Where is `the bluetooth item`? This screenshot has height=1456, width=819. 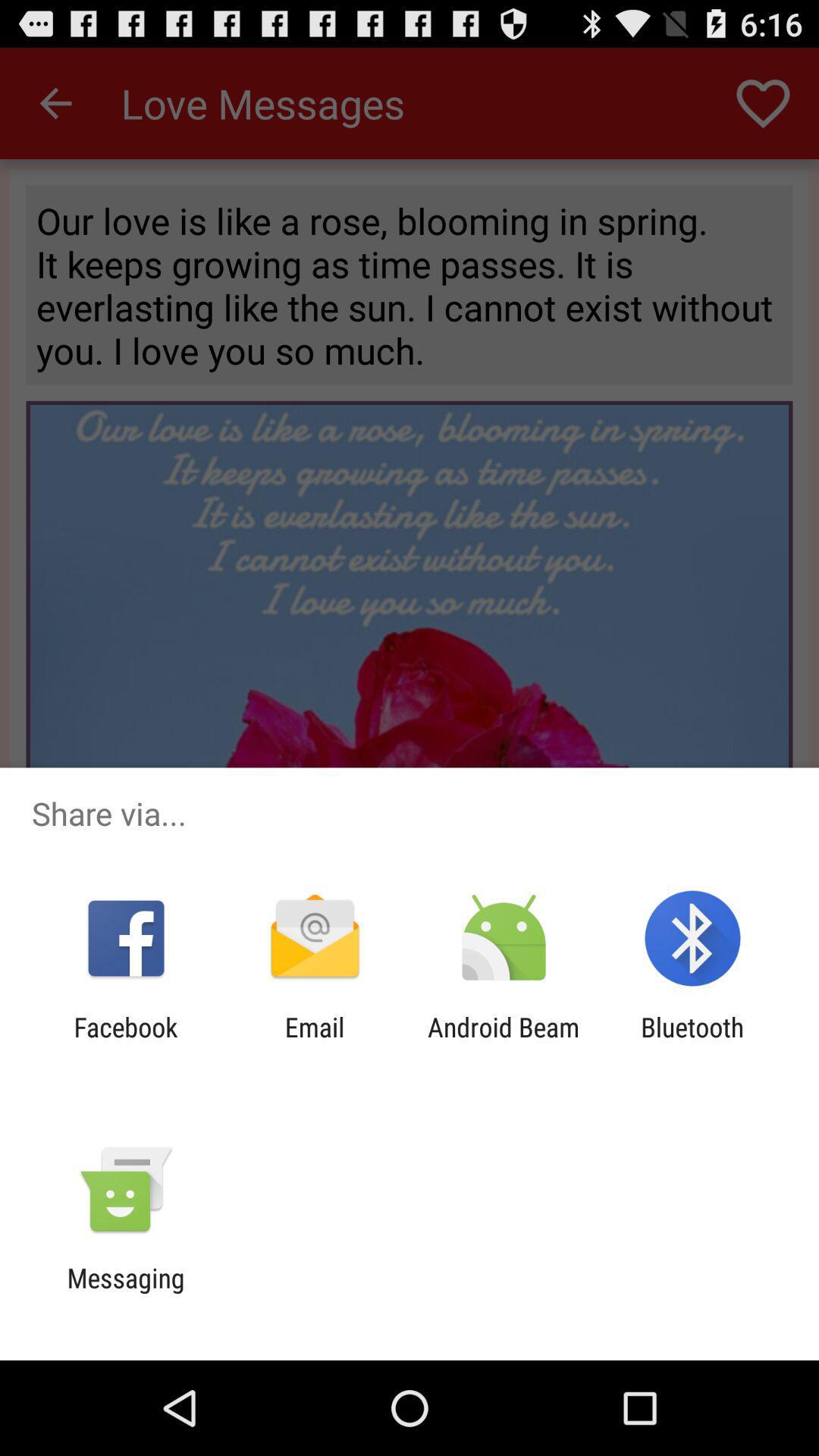 the bluetooth item is located at coordinates (692, 1042).